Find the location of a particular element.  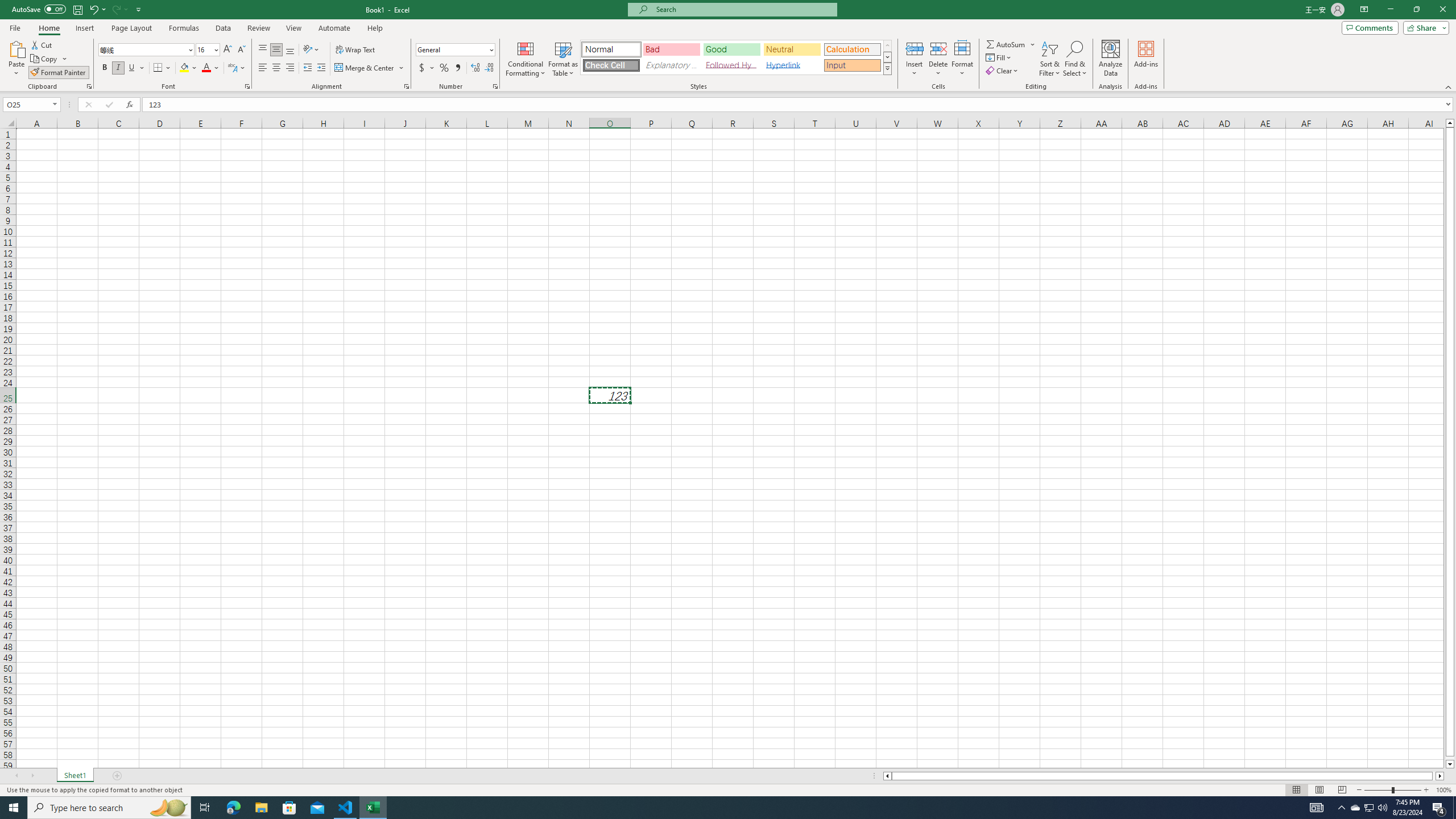

'Zoom Out' is located at coordinates (1378, 790).